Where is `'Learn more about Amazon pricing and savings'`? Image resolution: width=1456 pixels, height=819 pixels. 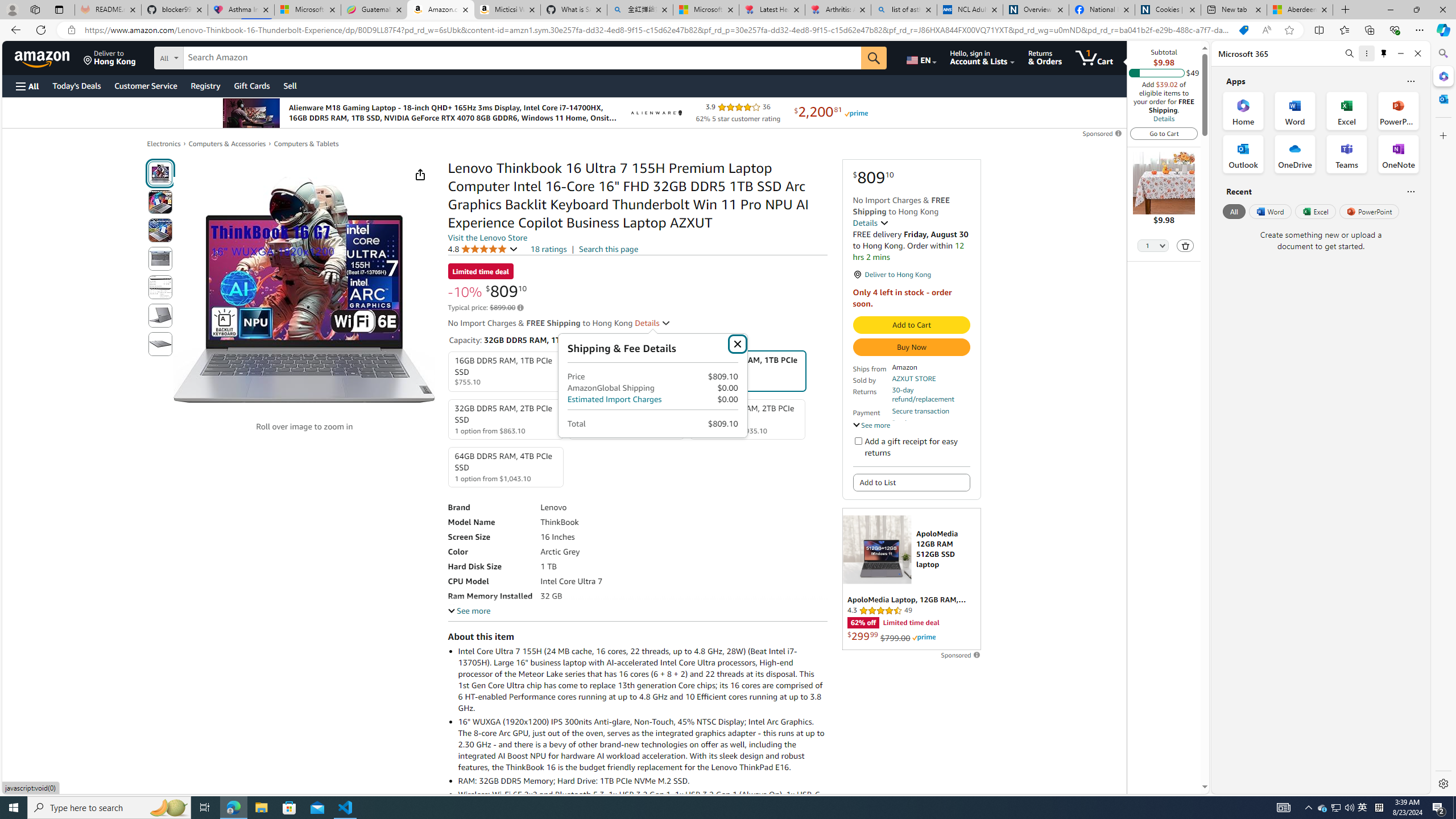
'Learn more about Amazon pricing and savings' is located at coordinates (520, 307).